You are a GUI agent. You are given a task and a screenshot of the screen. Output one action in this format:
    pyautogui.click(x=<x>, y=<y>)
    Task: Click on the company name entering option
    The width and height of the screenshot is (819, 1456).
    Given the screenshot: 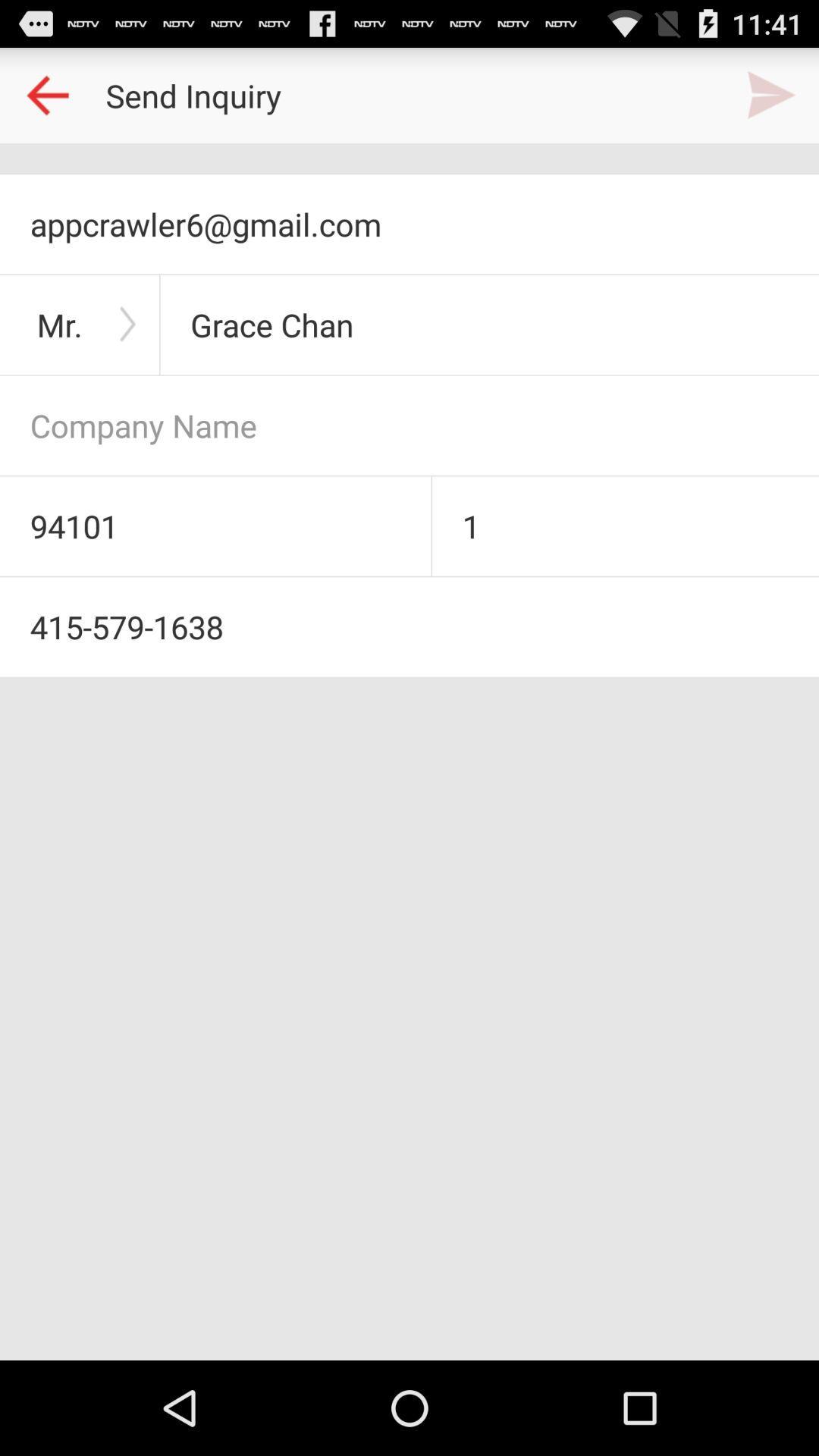 What is the action you would take?
    pyautogui.click(x=409, y=425)
    